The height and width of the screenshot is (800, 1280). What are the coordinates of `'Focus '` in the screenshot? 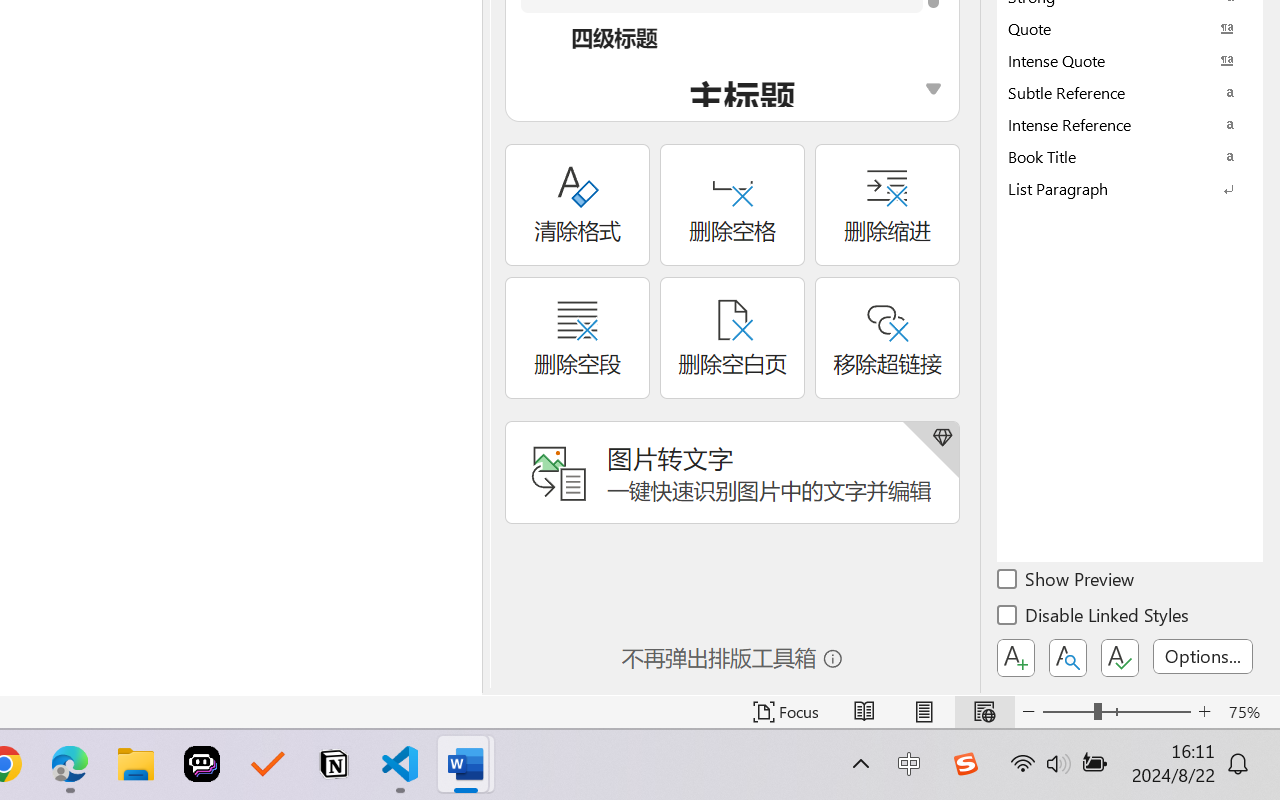 It's located at (785, 711).